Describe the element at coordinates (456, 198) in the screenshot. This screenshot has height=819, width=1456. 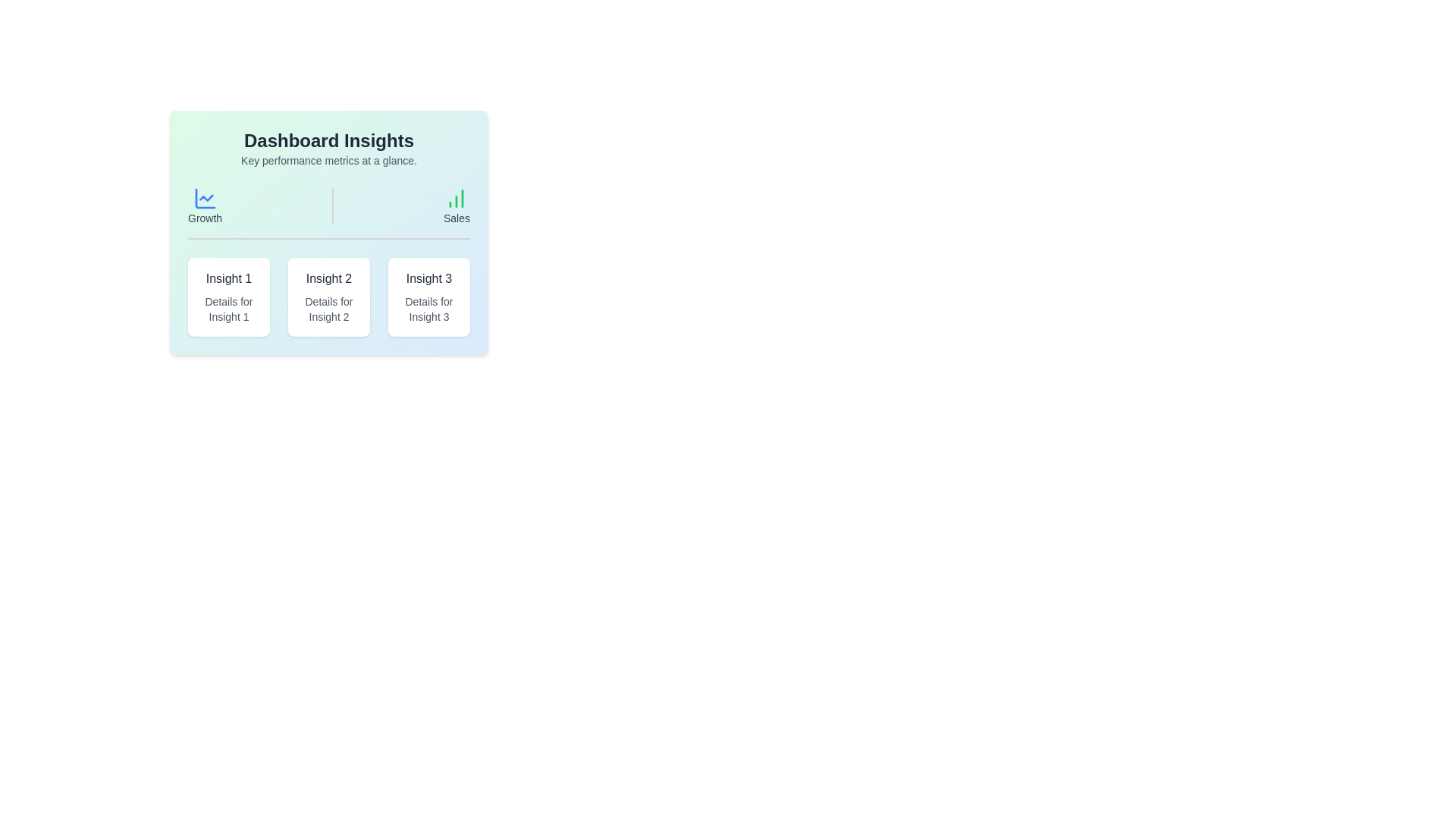
I see `the 'Sales' icon, which visually represents sales data using a column chart, located in the top-right section of the 'Dashboard Insights' card` at that location.